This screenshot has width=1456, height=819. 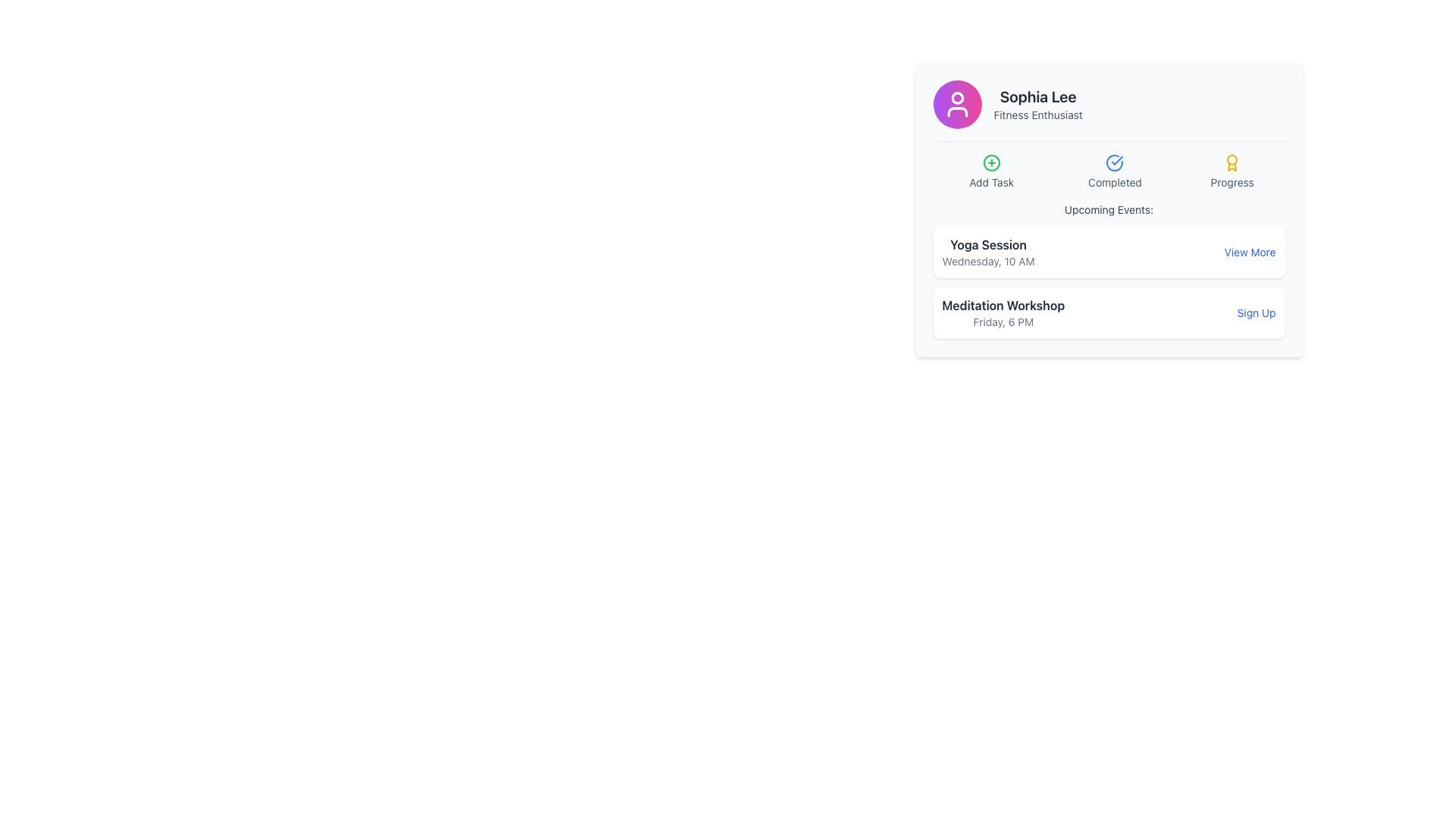 What do you see at coordinates (1232, 171) in the screenshot?
I see `the informational icon resembling an award medal with the text 'Progress' below it` at bounding box center [1232, 171].